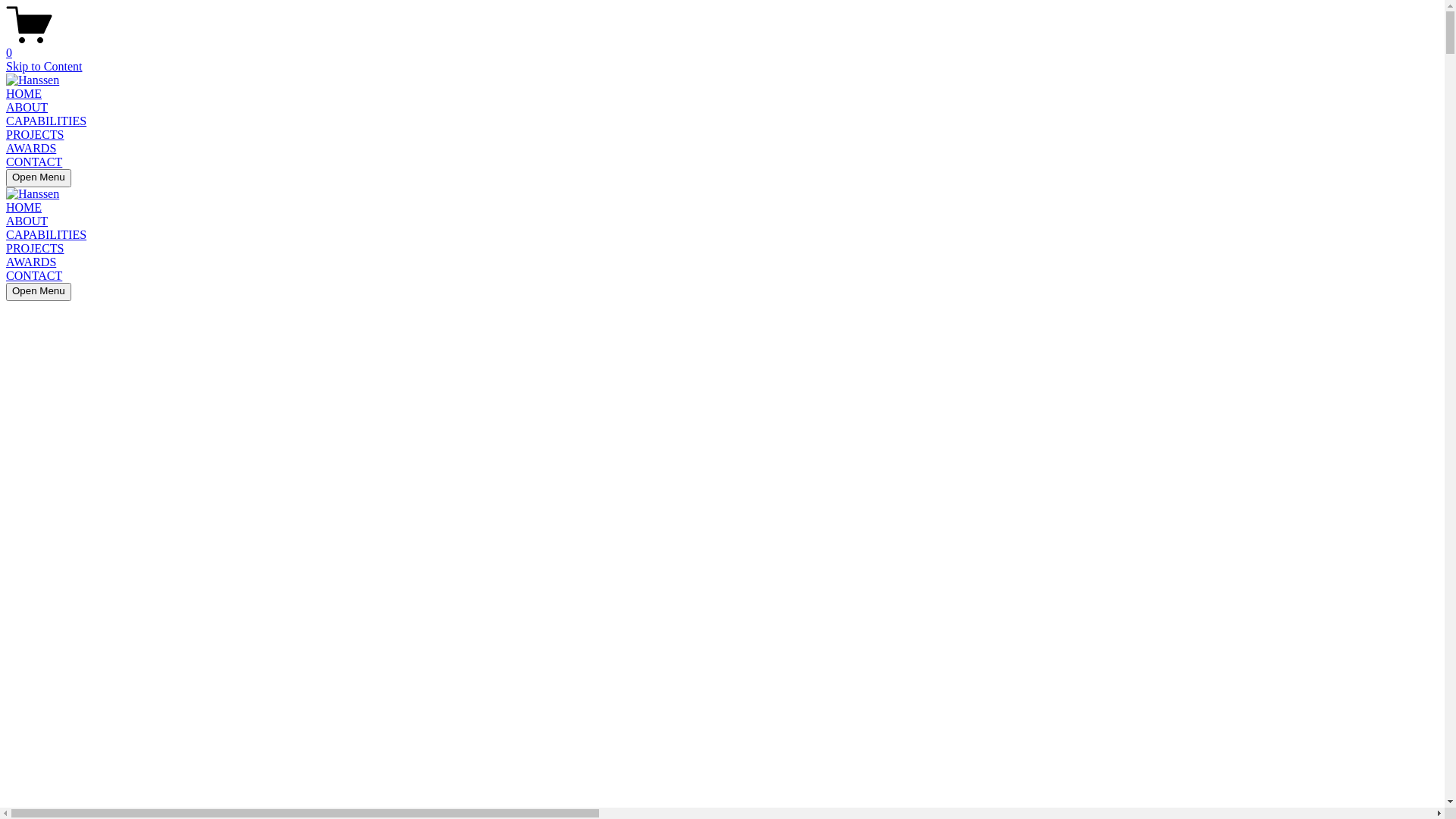 The image size is (1456, 819). I want to click on 'HOME', so click(24, 207).